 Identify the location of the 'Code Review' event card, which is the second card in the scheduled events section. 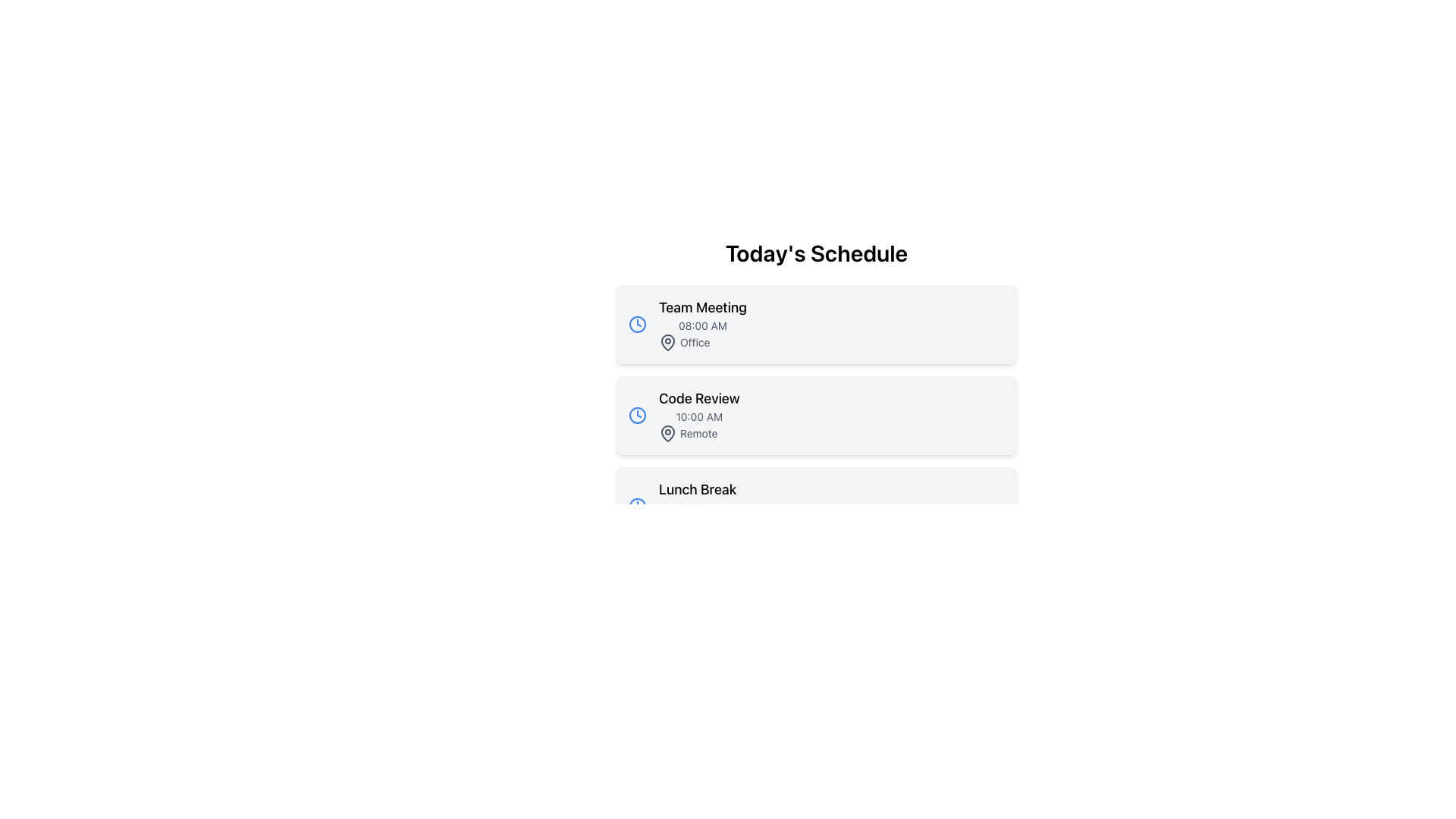
(815, 415).